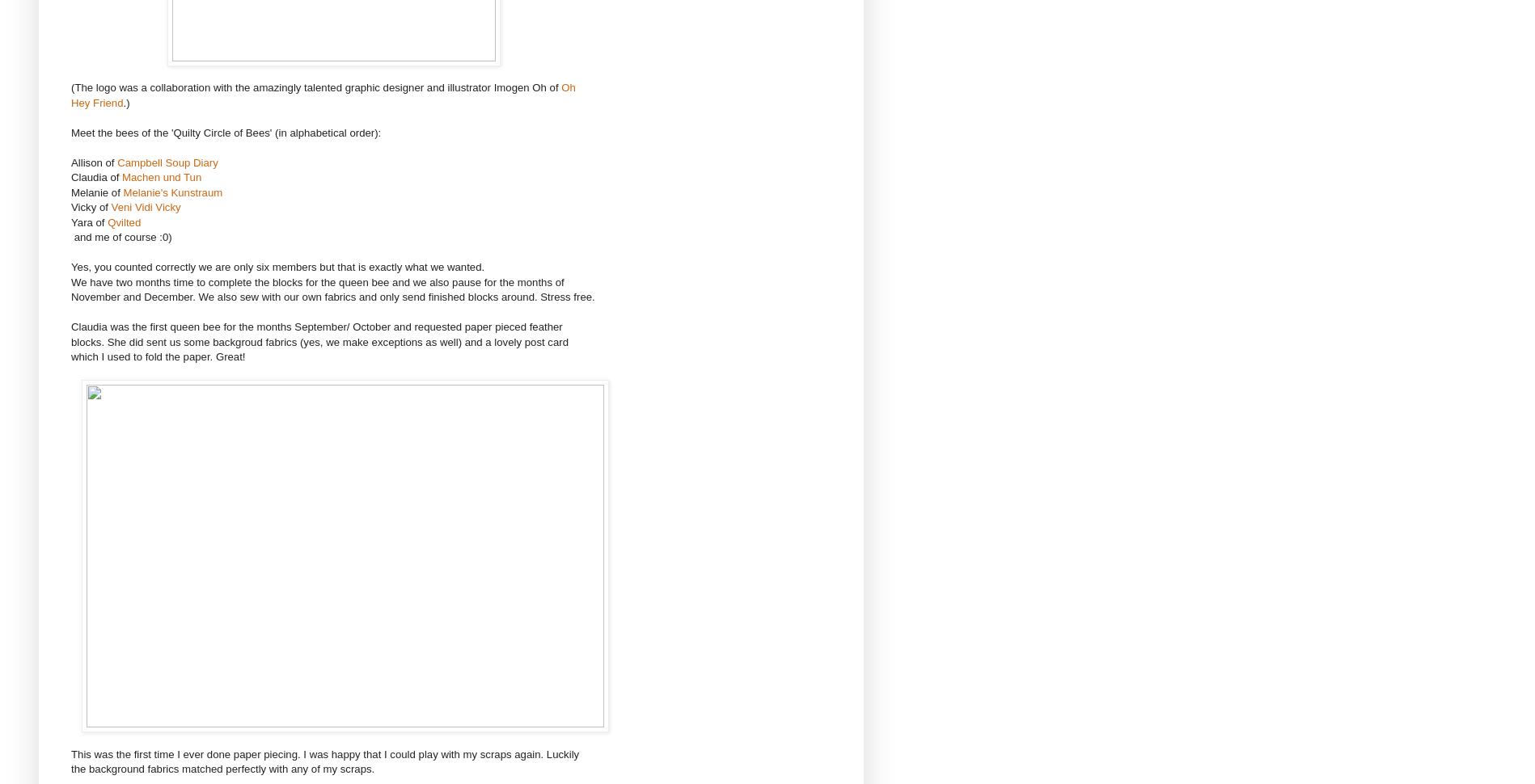 The image size is (1535, 784). Describe the element at coordinates (89, 221) in the screenshot. I see `'Yara of'` at that location.